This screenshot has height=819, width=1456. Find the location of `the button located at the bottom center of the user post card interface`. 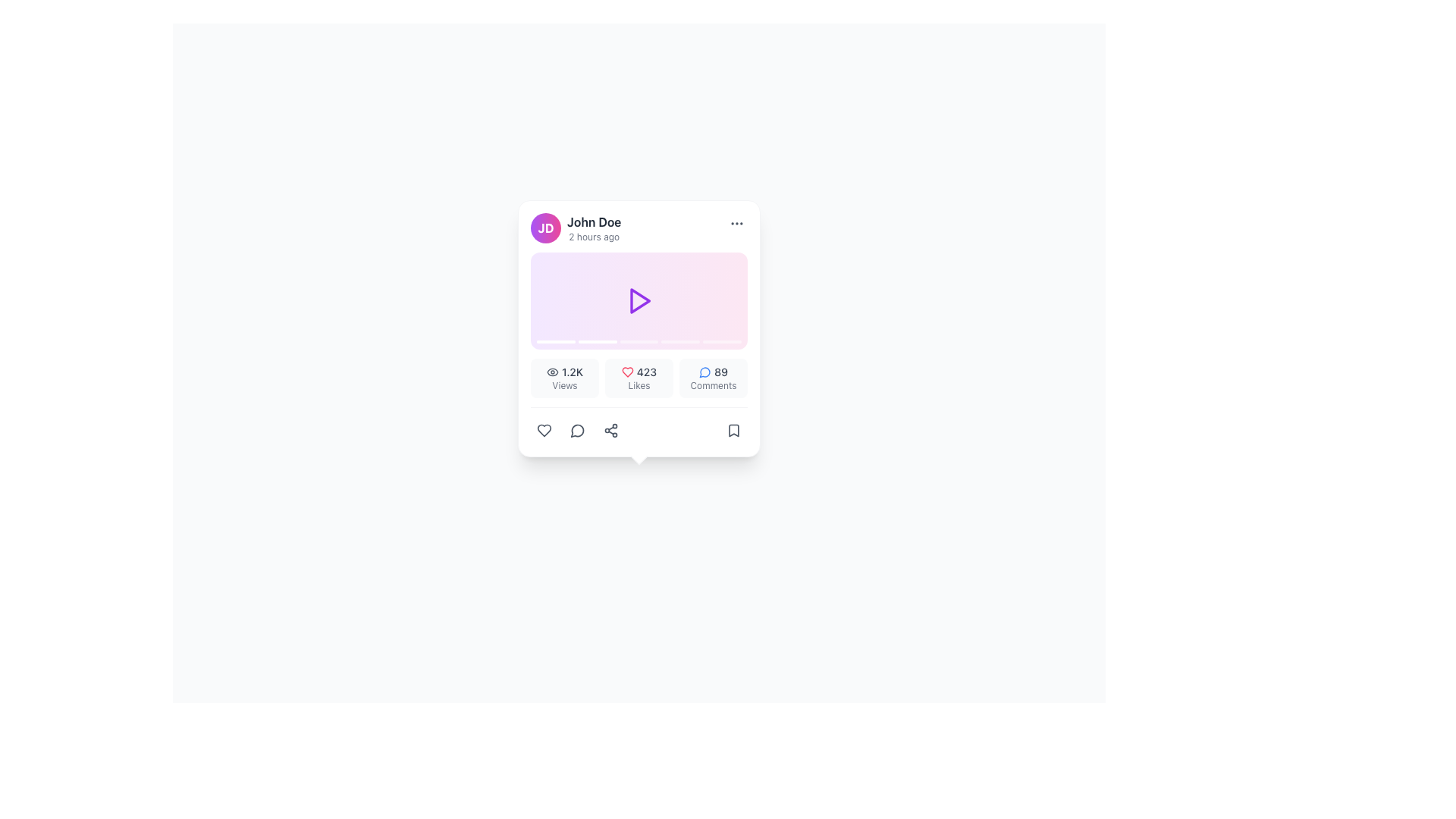

the button located at the bottom center of the user post card interface is located at coordinates (639, 432).